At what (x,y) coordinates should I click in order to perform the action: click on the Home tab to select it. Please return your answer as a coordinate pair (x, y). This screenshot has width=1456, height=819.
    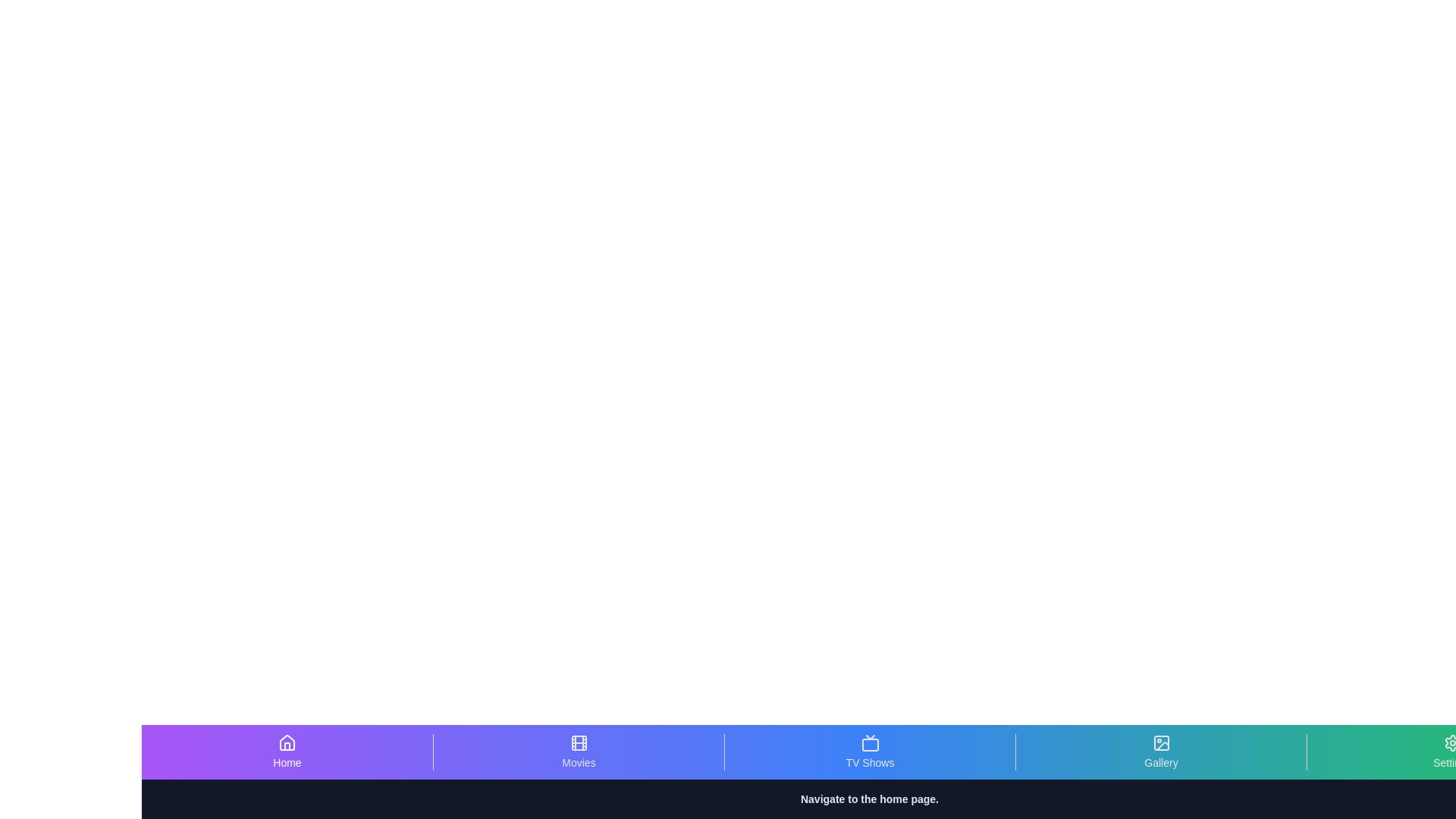
    Looking at the image, I should click on (287, 752).